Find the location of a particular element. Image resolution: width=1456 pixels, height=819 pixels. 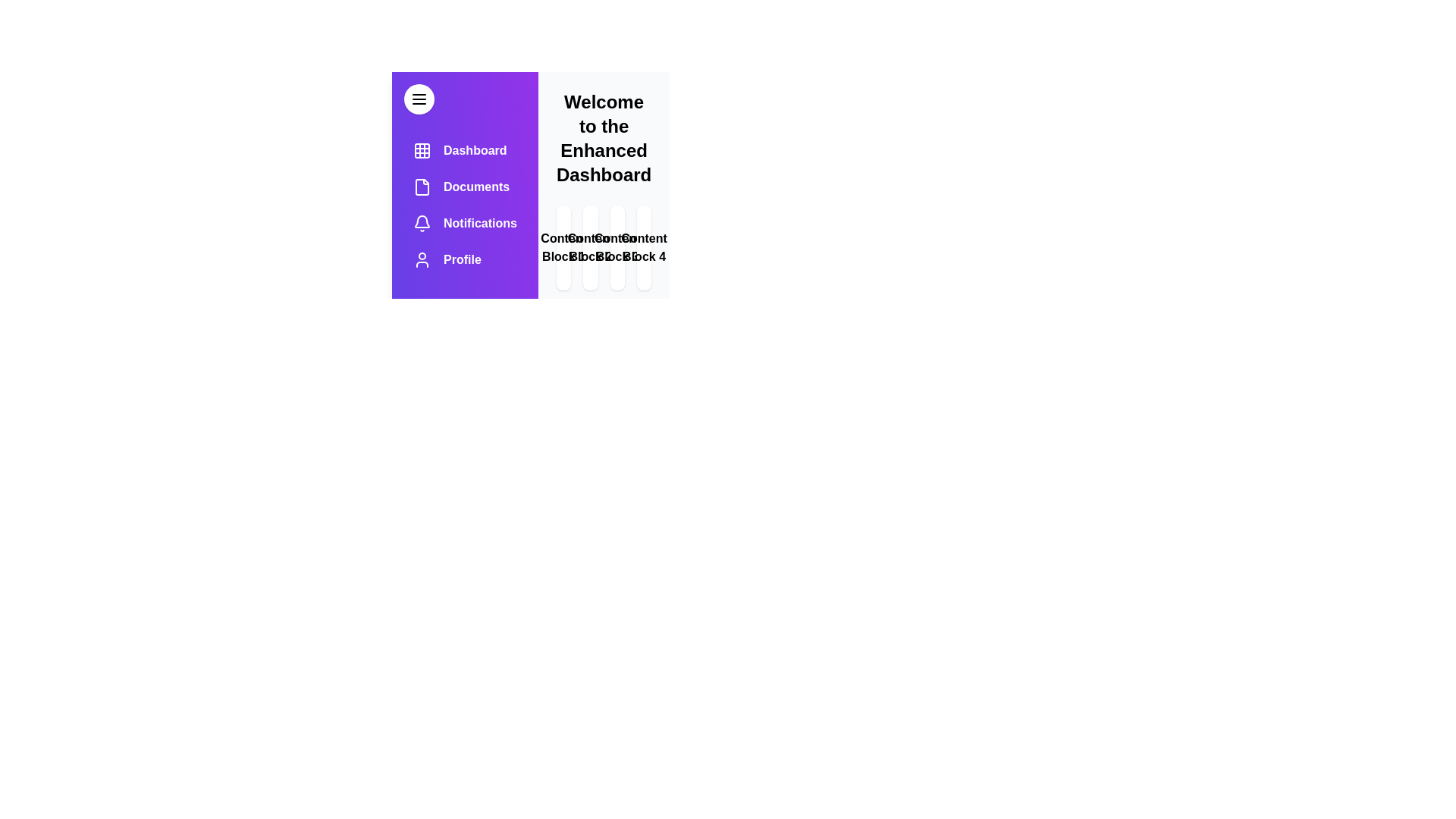

the menu item labeled Dashboard is located at coordinates (464, 151).